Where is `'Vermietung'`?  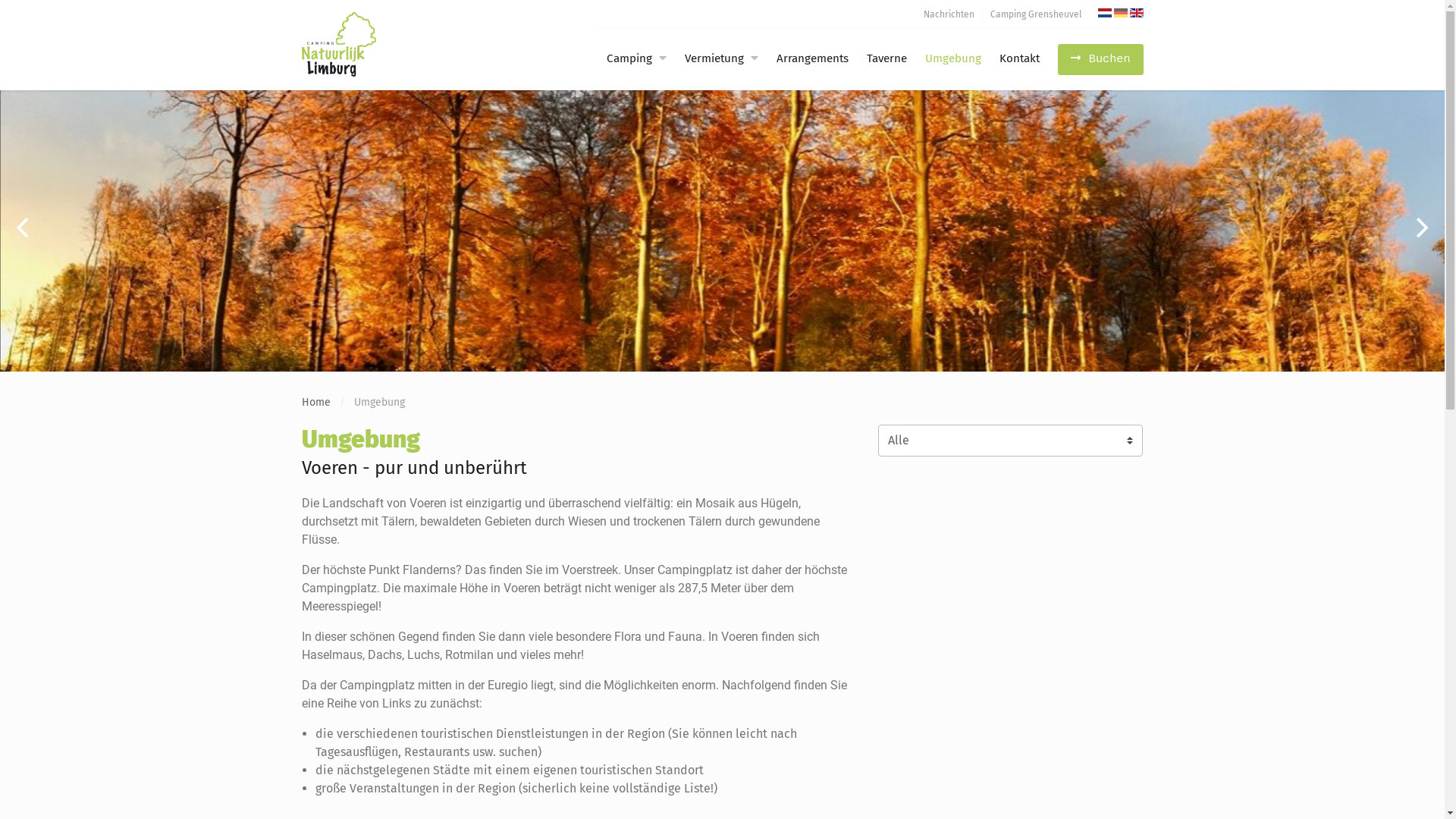 'Vermietung' is located at coordinates (709, 58).